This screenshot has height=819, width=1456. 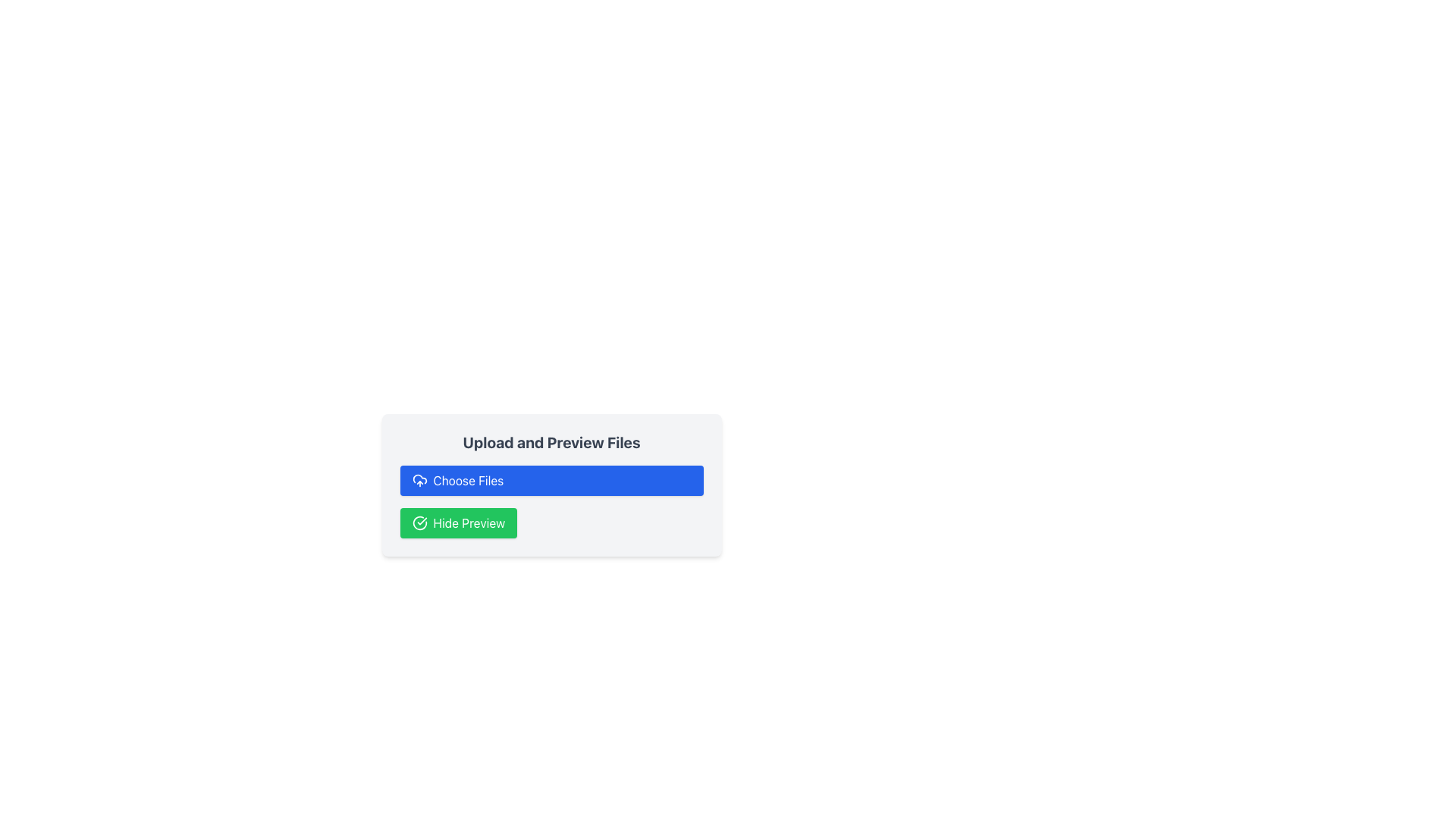 I want to click on the icon within the 'Choose Files' button, so click(x=419, y=480).